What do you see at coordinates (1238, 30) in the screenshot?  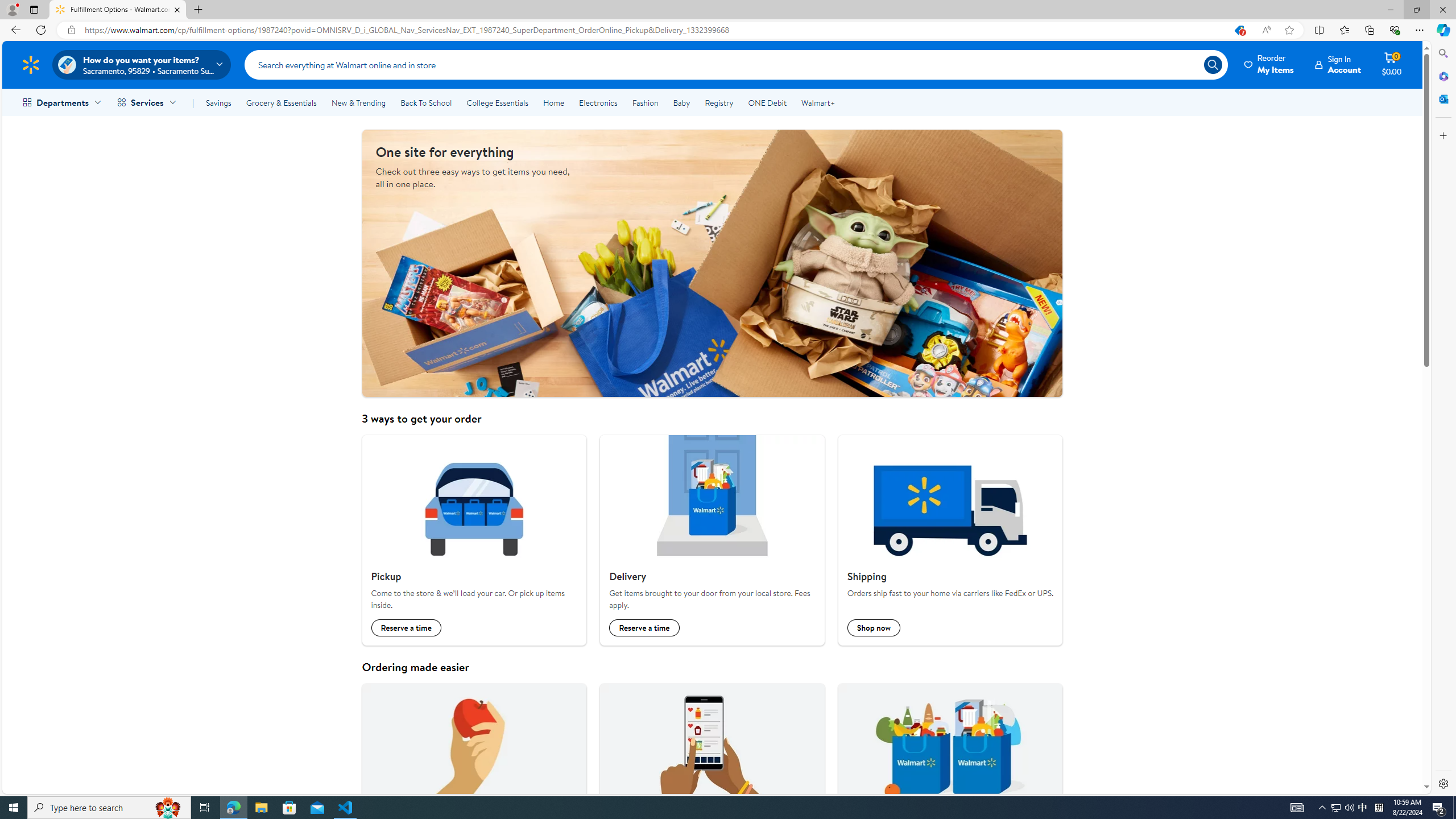 I see `'This site has coupons! Shopping in Microsoft Edge, 7'` at bounding box center [1238, 30].